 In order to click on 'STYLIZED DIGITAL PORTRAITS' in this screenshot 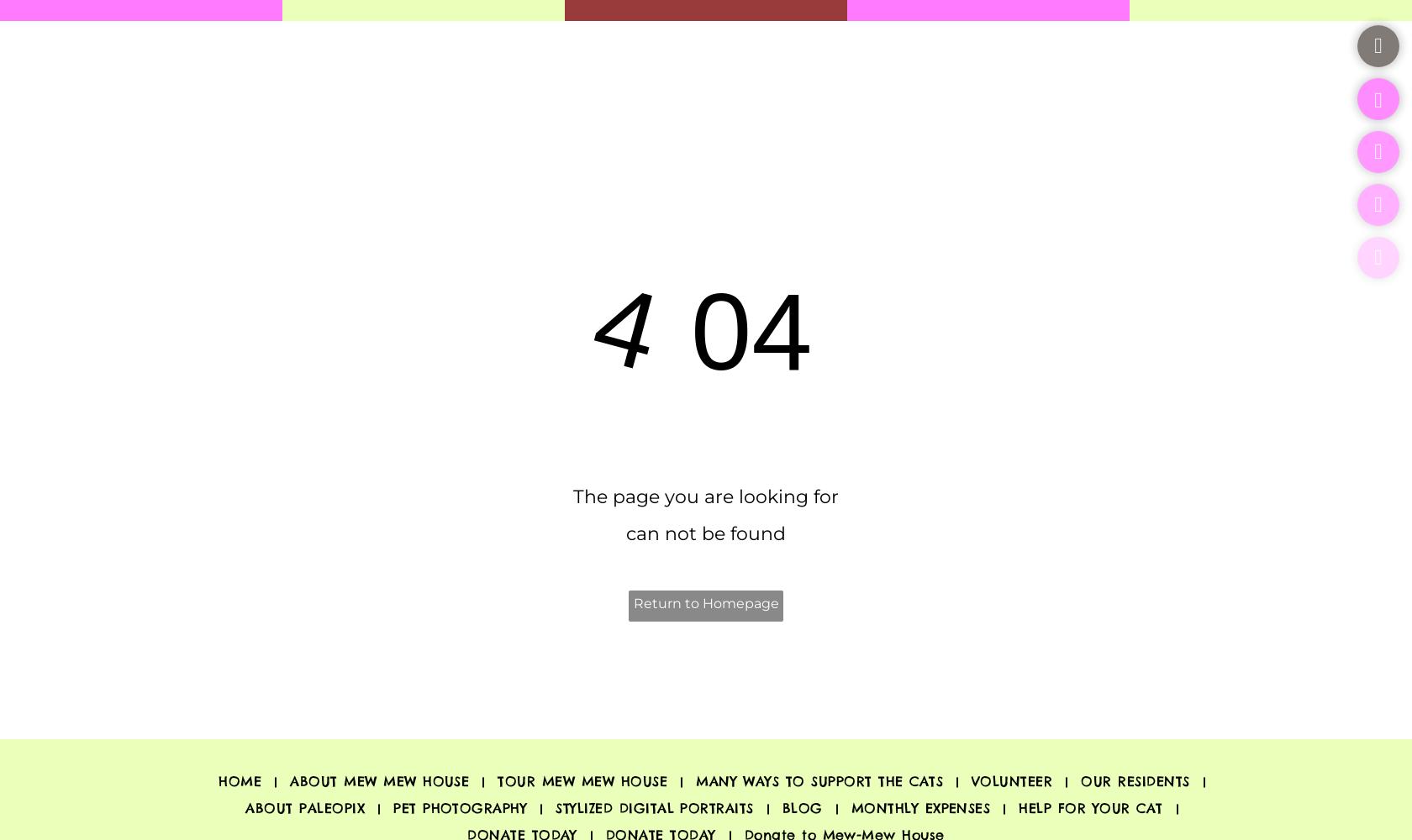, I will do `click(654, 806)`.